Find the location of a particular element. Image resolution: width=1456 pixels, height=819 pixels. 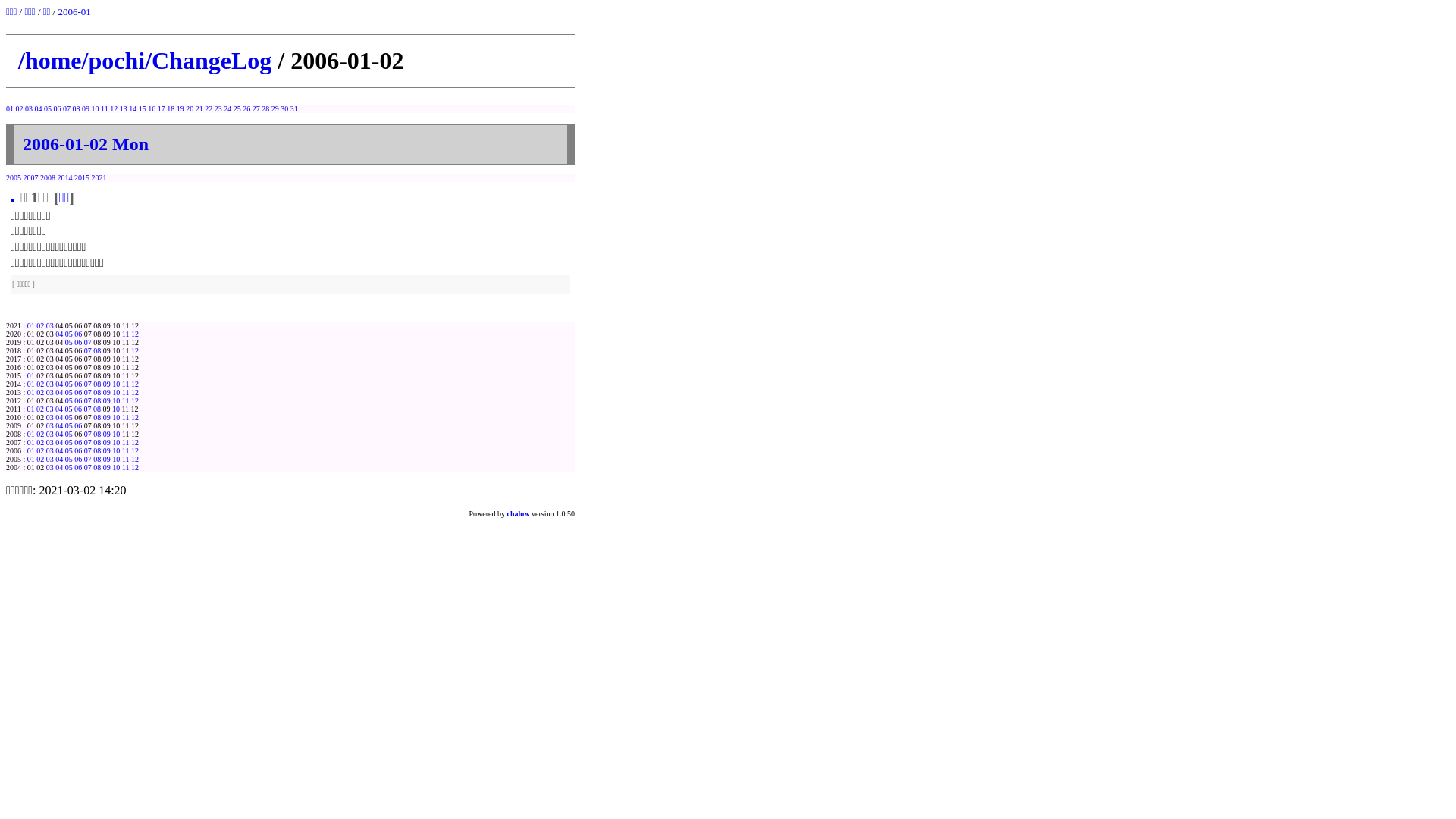

'01' is located at coordinates (10, 108).